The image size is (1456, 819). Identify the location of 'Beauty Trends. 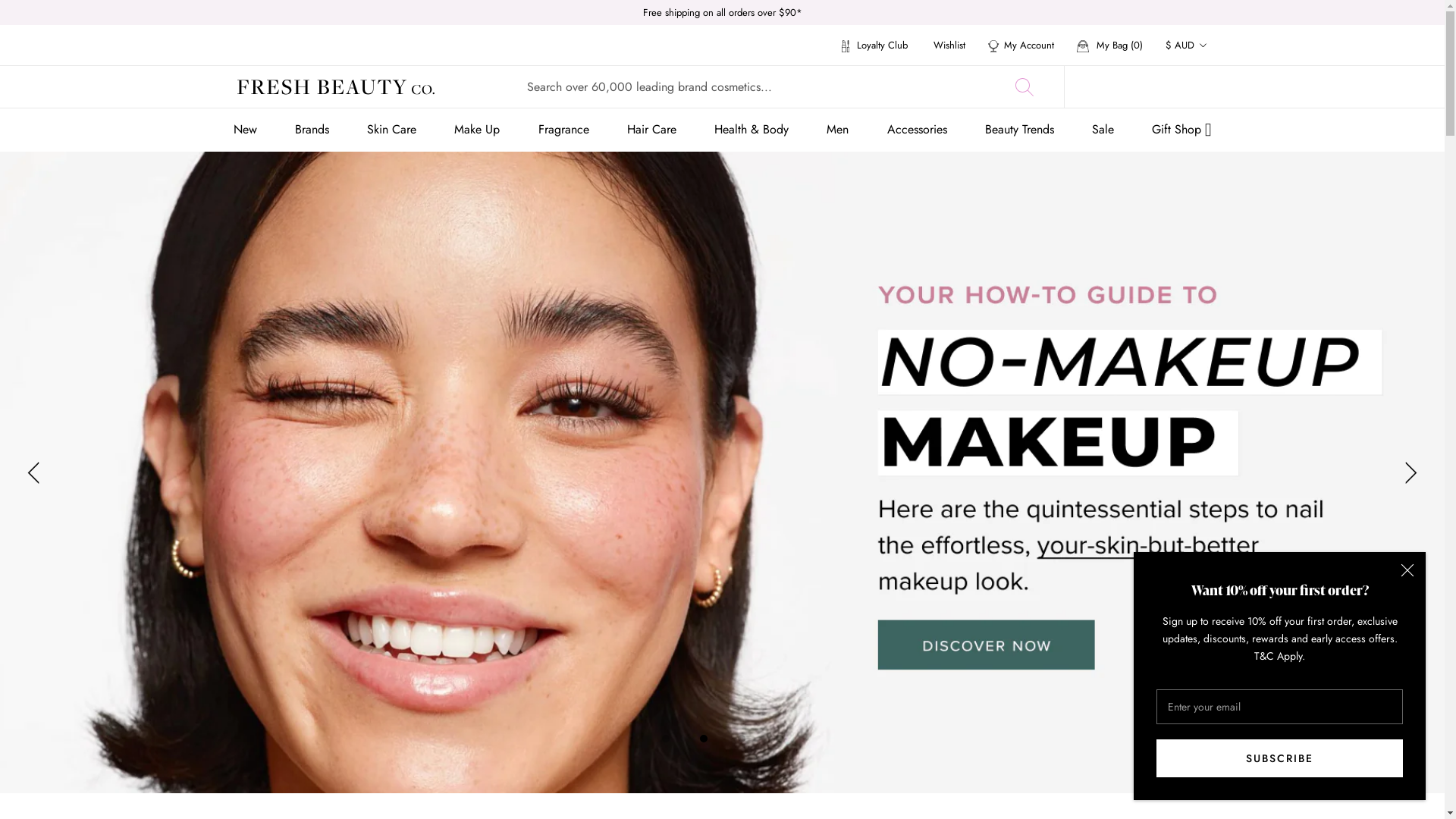
(1019, 128).